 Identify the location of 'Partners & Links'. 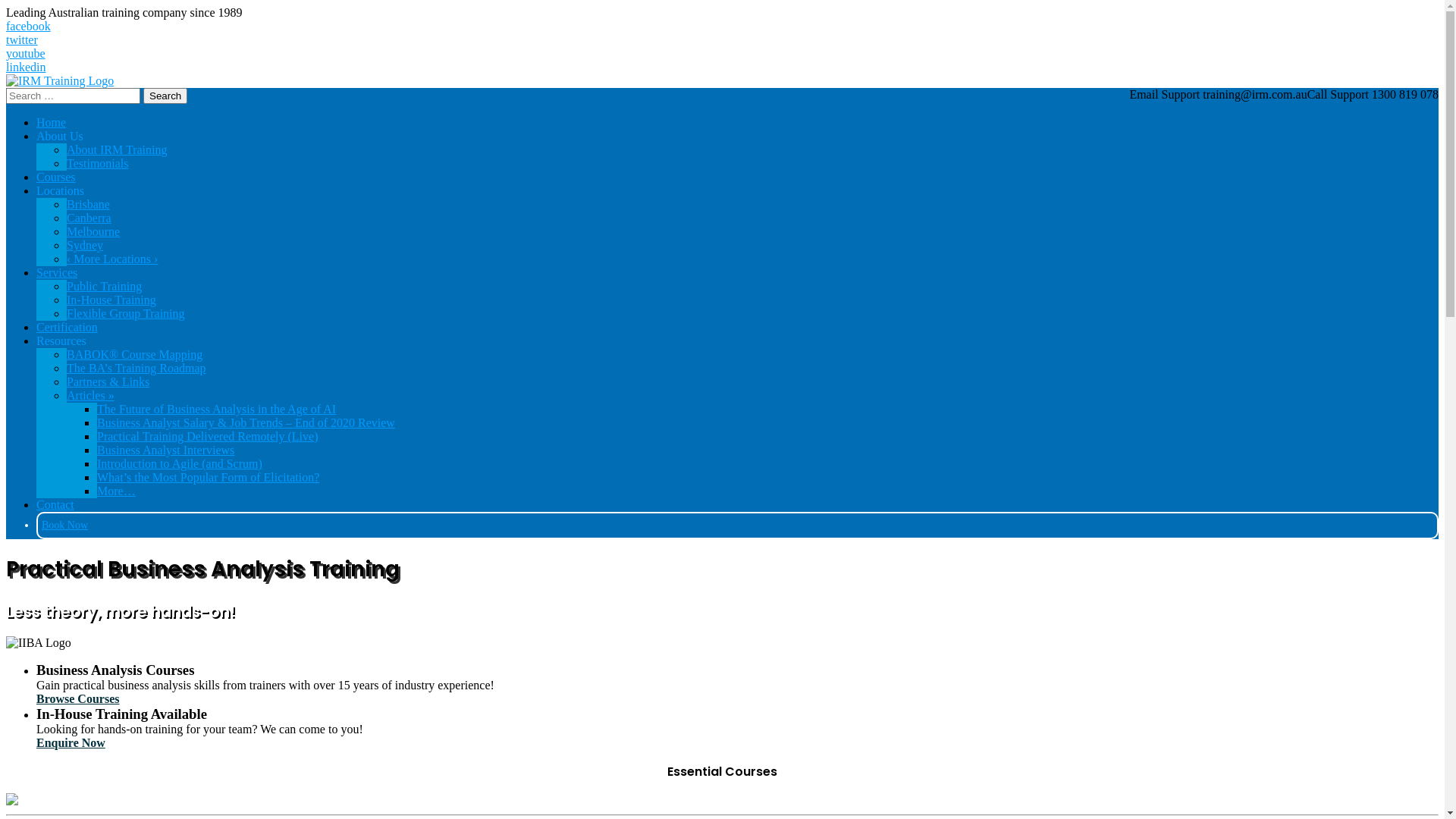
(65, 381).